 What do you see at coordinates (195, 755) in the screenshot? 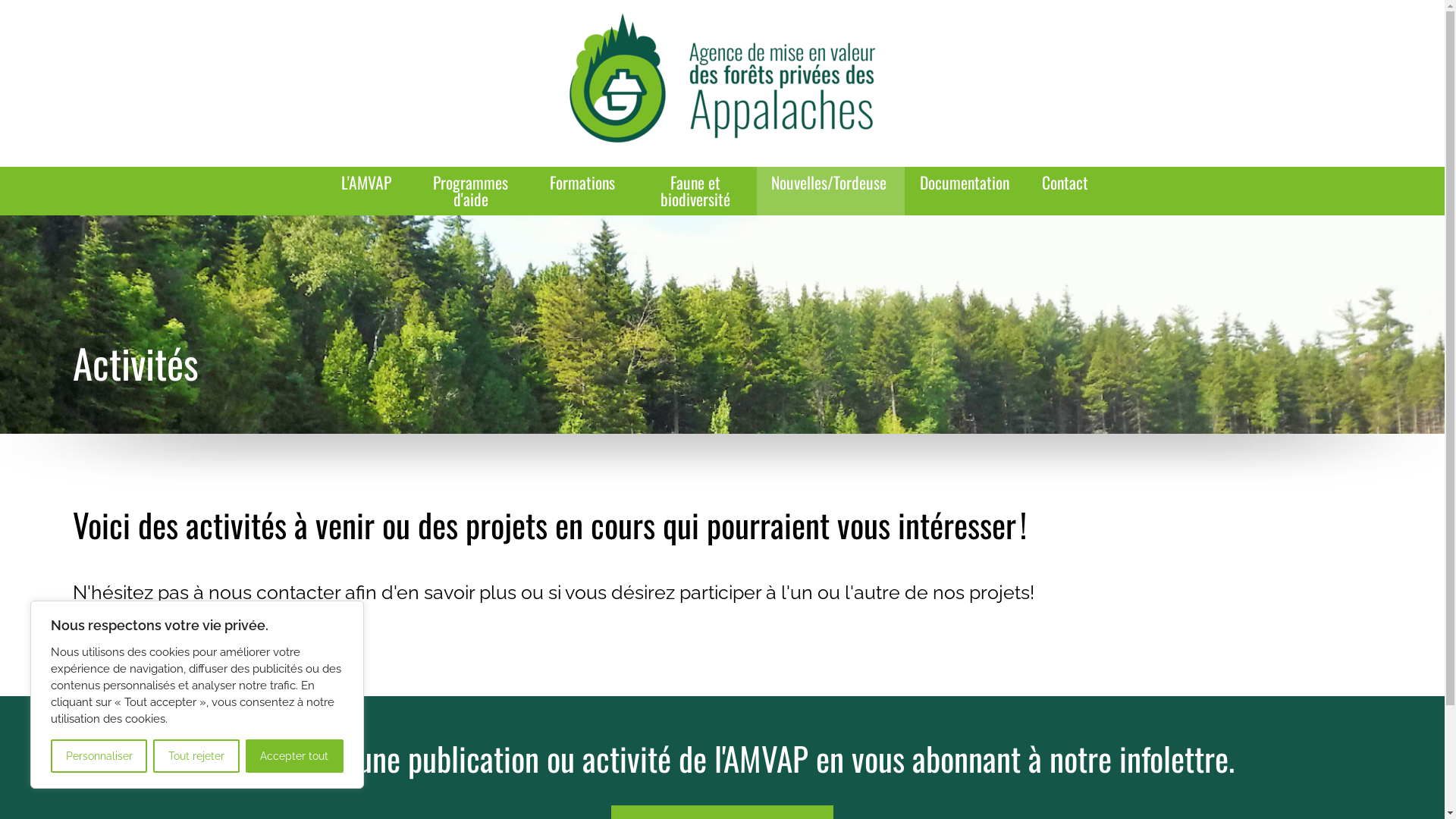
I see `'Tout rejeter'` at bounding box center [195, 755].